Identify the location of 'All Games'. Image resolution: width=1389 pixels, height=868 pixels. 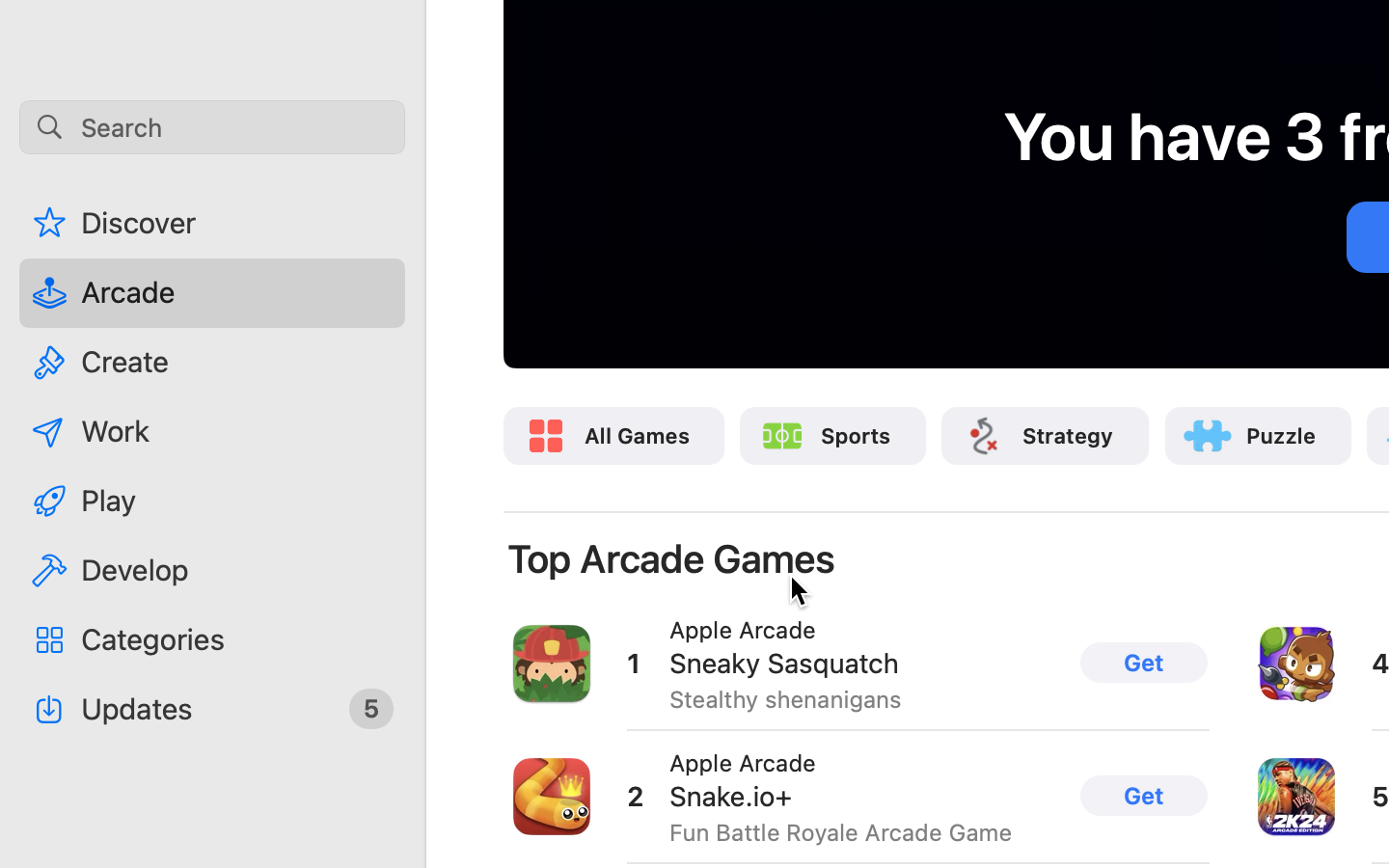
(636, 434).